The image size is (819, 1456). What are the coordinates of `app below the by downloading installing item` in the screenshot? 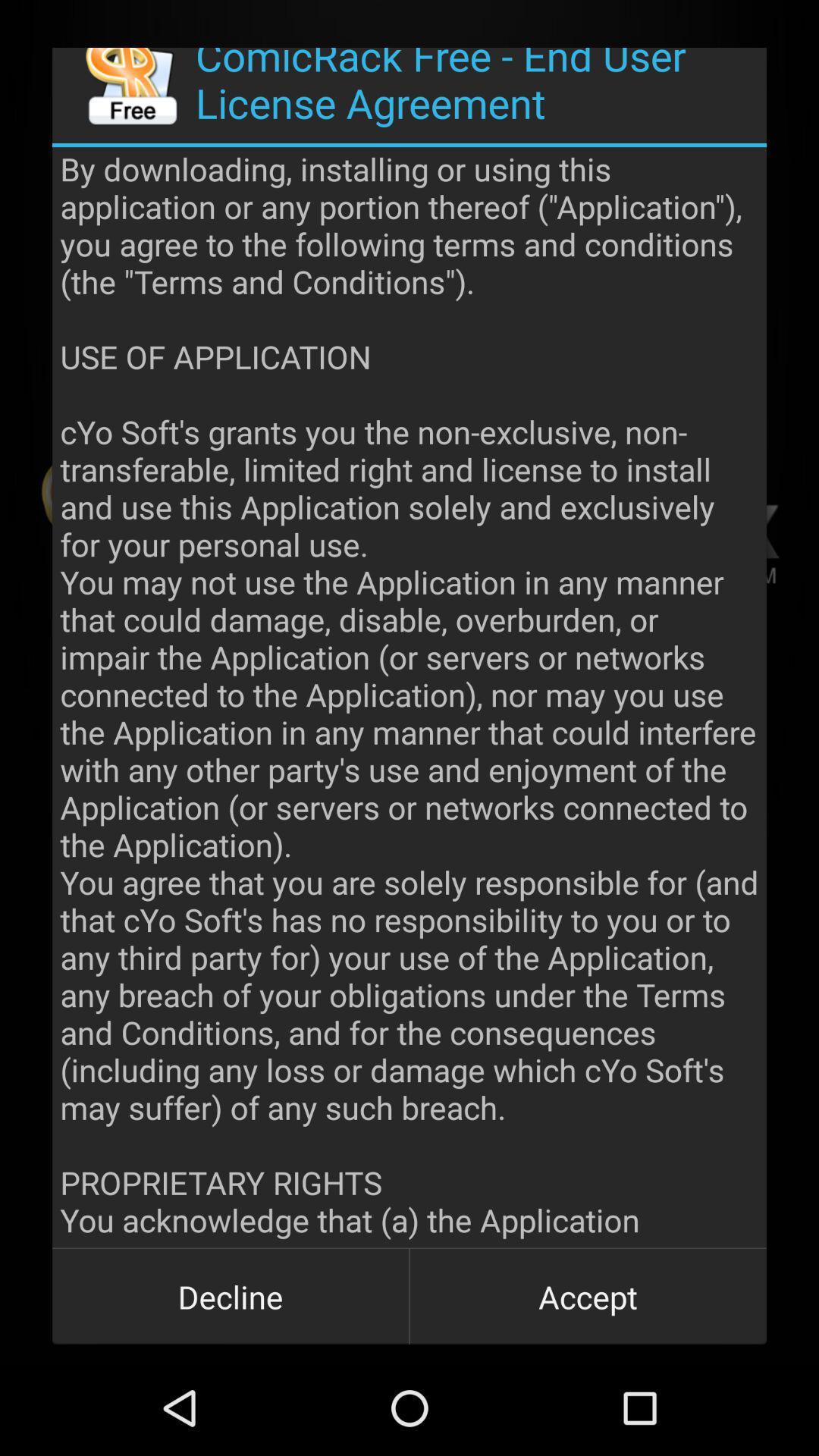 It's located at (231, 1295).